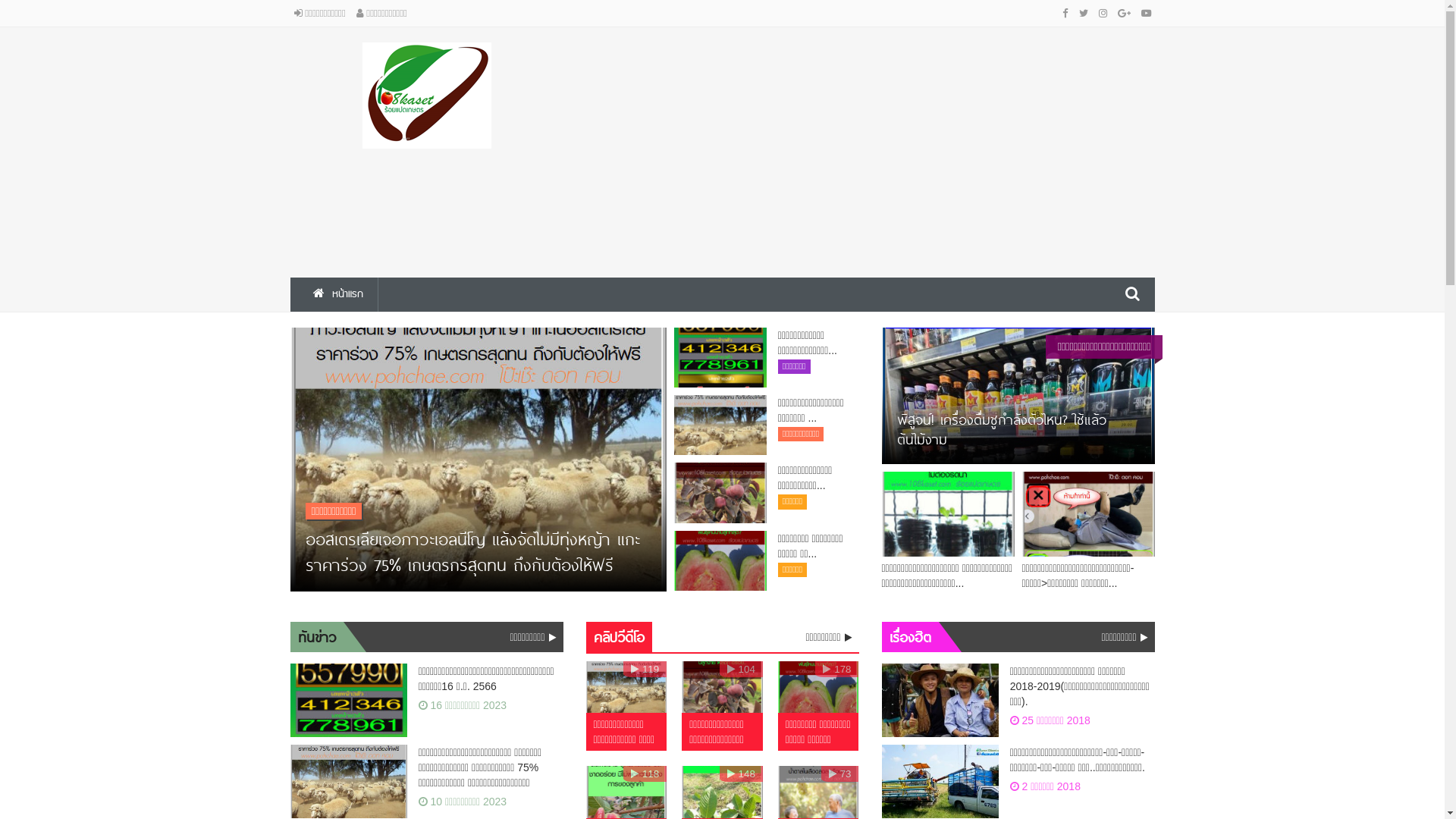  What do you see at coordinates (585, 149) in the screenshot?
I see `'Advertisement'` at bounding box center [585, 149].